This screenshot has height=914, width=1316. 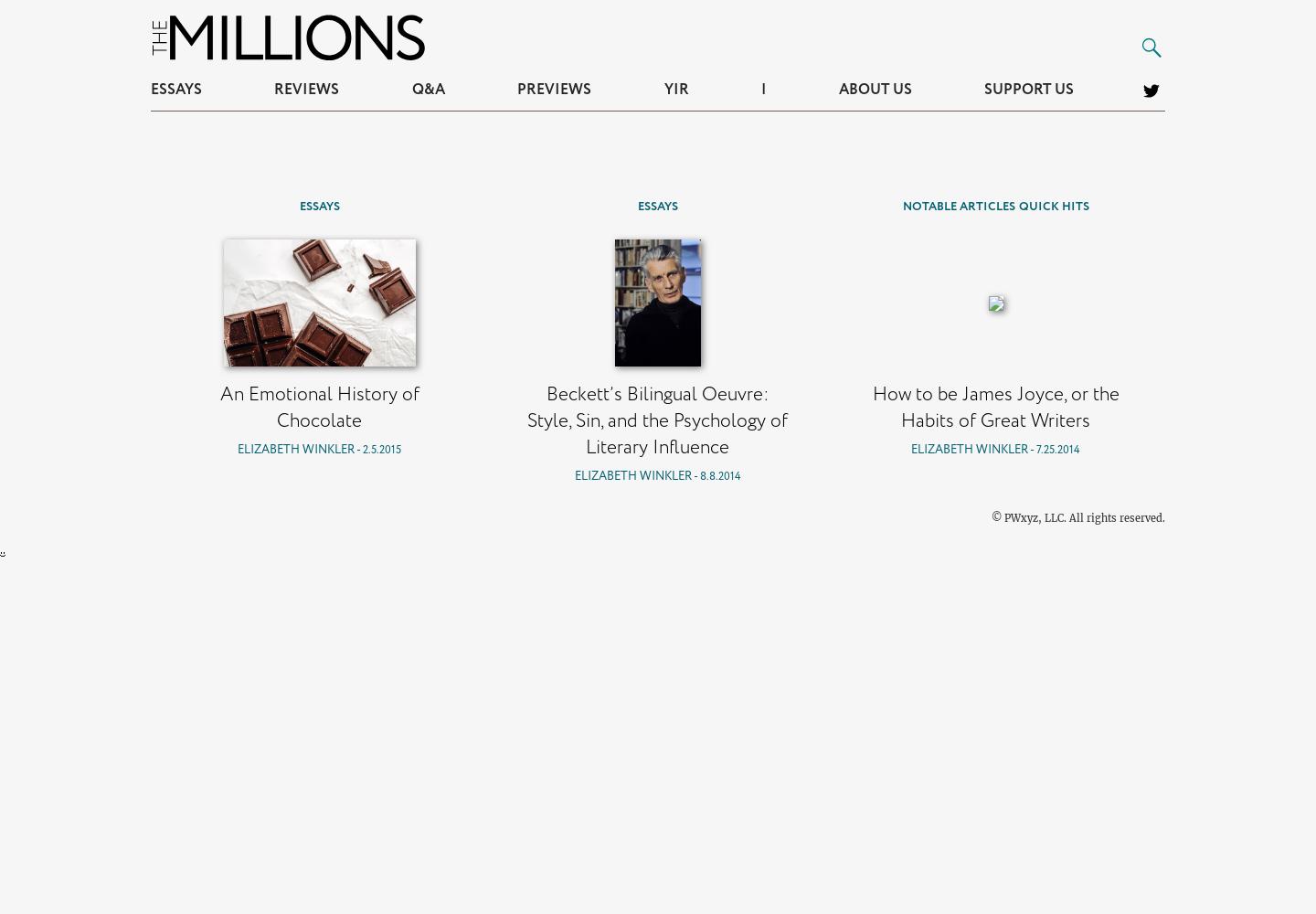 What do you see at coordinates (319, 406) in the screenshot?
I see `'An Emotional History of Chocolate'` at bounding box center [319, 406].